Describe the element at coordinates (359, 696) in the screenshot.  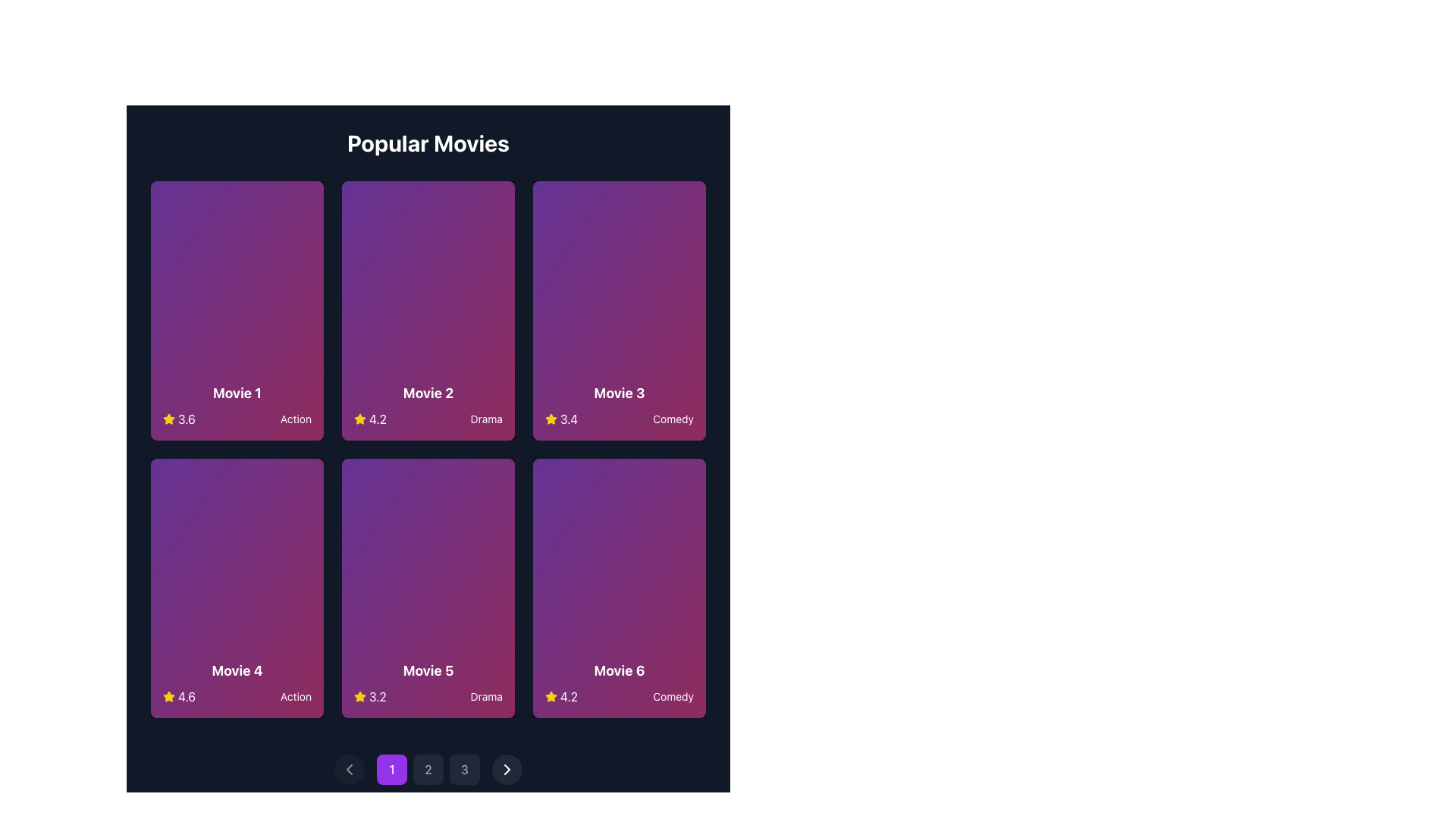
I see `the yellow star icon located in the bottom-left corner of the 'Movie 5' card, adjacent to the numeric rating '3.2'` at that location.